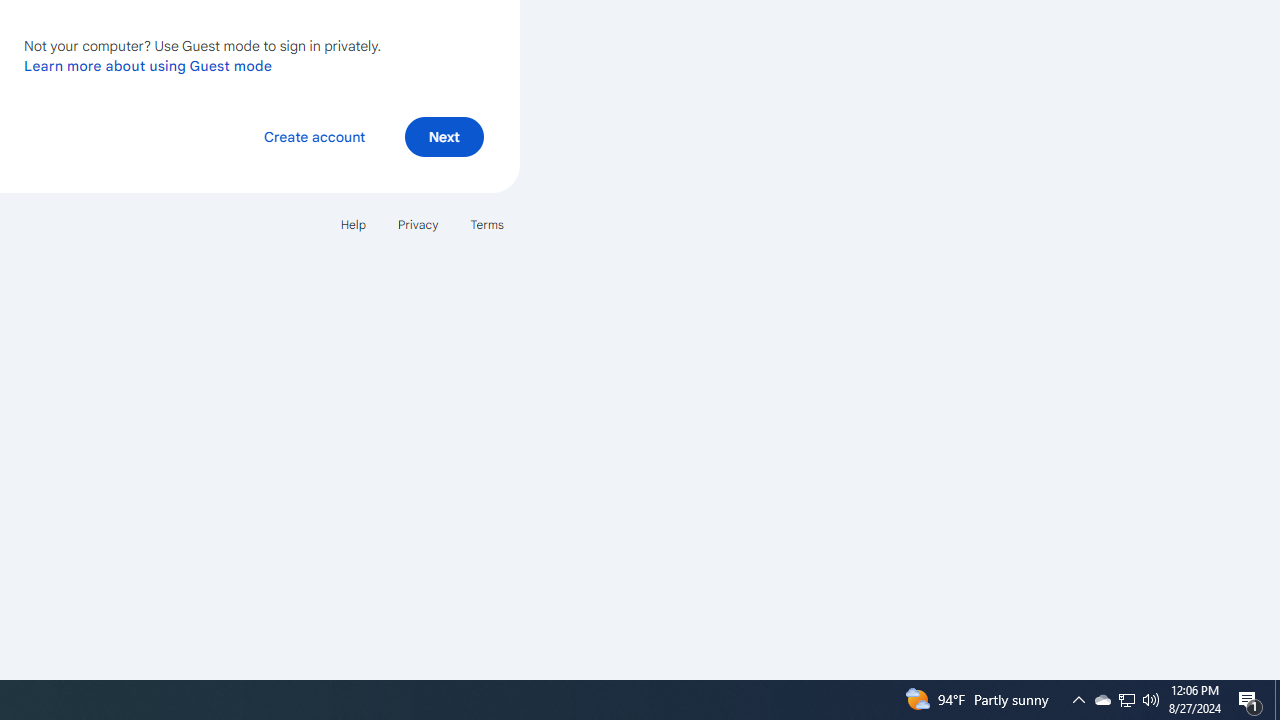 The width and height of the screenshot is (1280, 720). What do you see at coordinates (147, 64) in the screenshot?
I see `'Learn more about using Guest mode'` at bounding box center [147, 64].